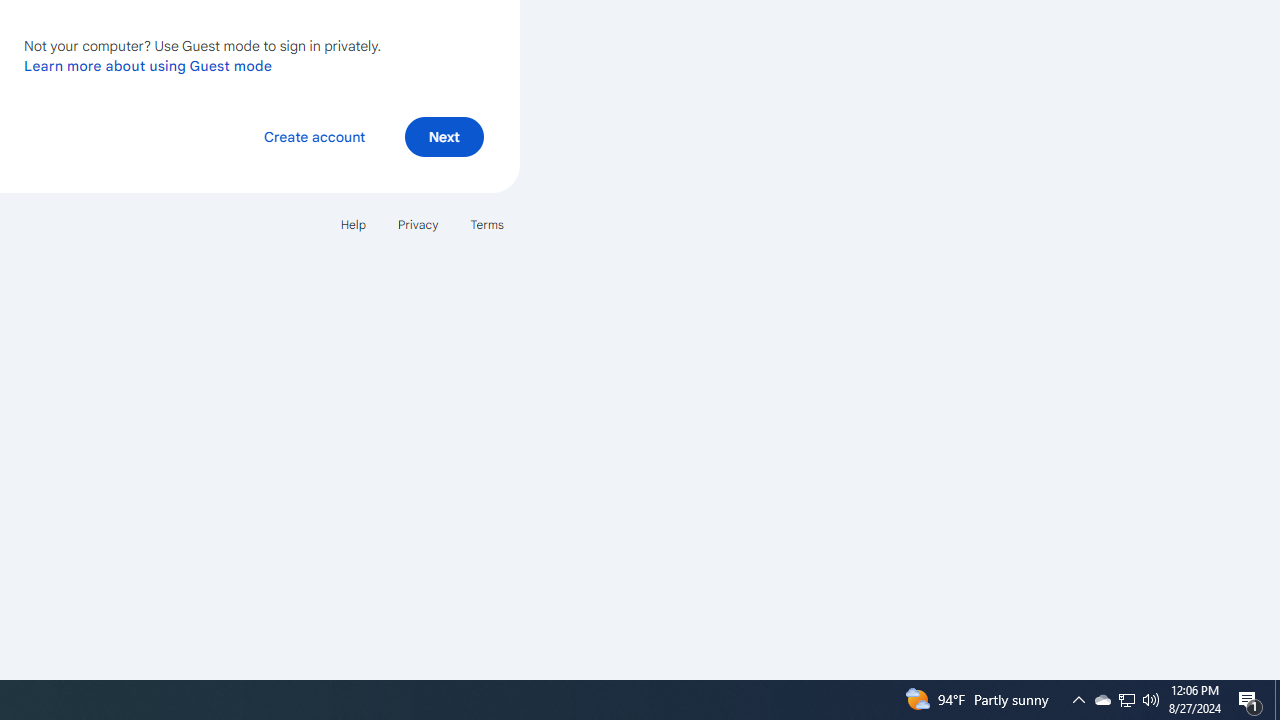 The width and height of the screenshot is (1280, 720). What do you see at coordinates (147, 64) in the screenshot?
I see `'Learn more about using Guest mode'` at bounding box center [147, 64].